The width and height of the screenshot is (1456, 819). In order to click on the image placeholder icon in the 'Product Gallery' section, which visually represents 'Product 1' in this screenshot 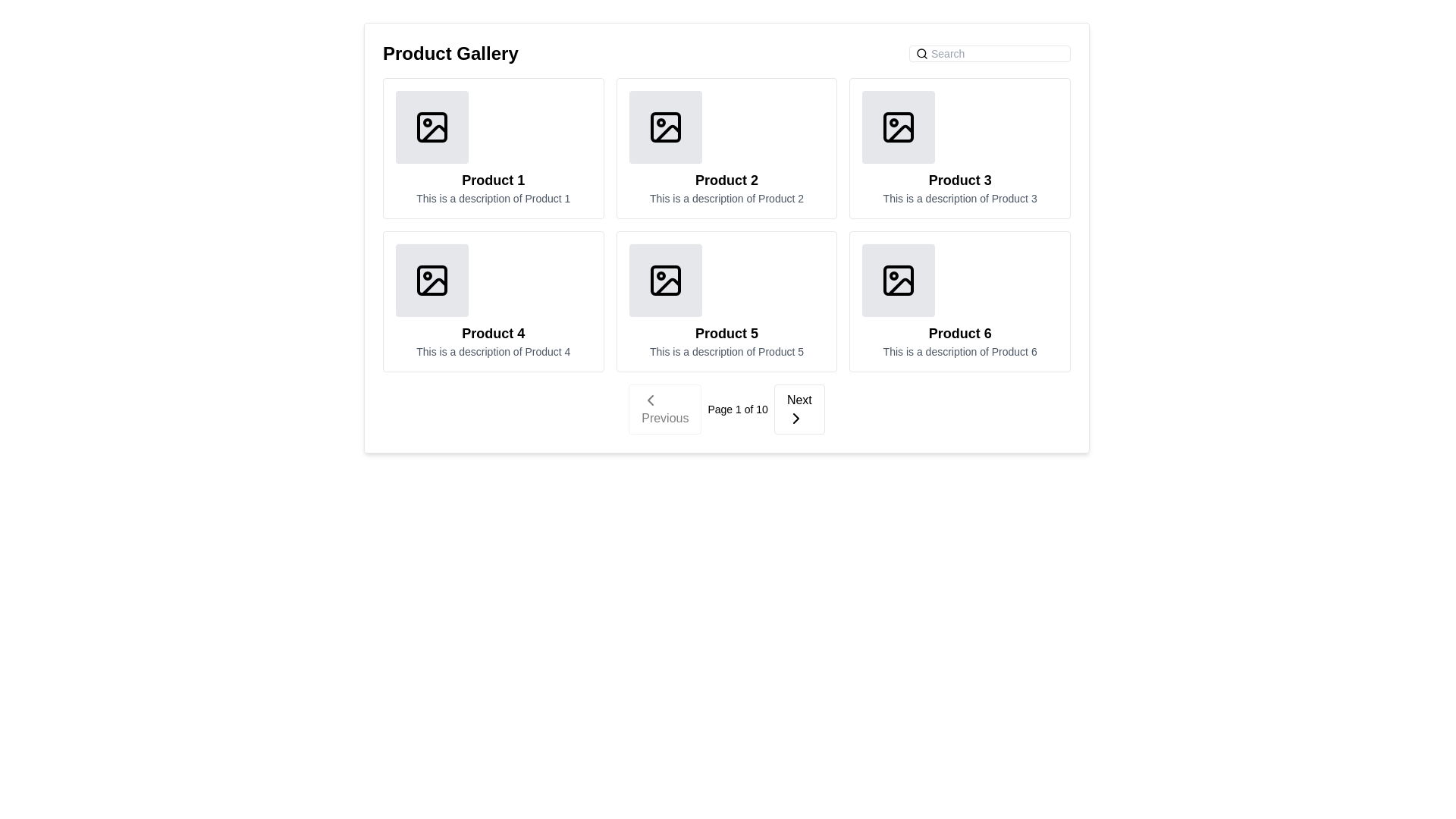, I will do `click(431, 127)`.